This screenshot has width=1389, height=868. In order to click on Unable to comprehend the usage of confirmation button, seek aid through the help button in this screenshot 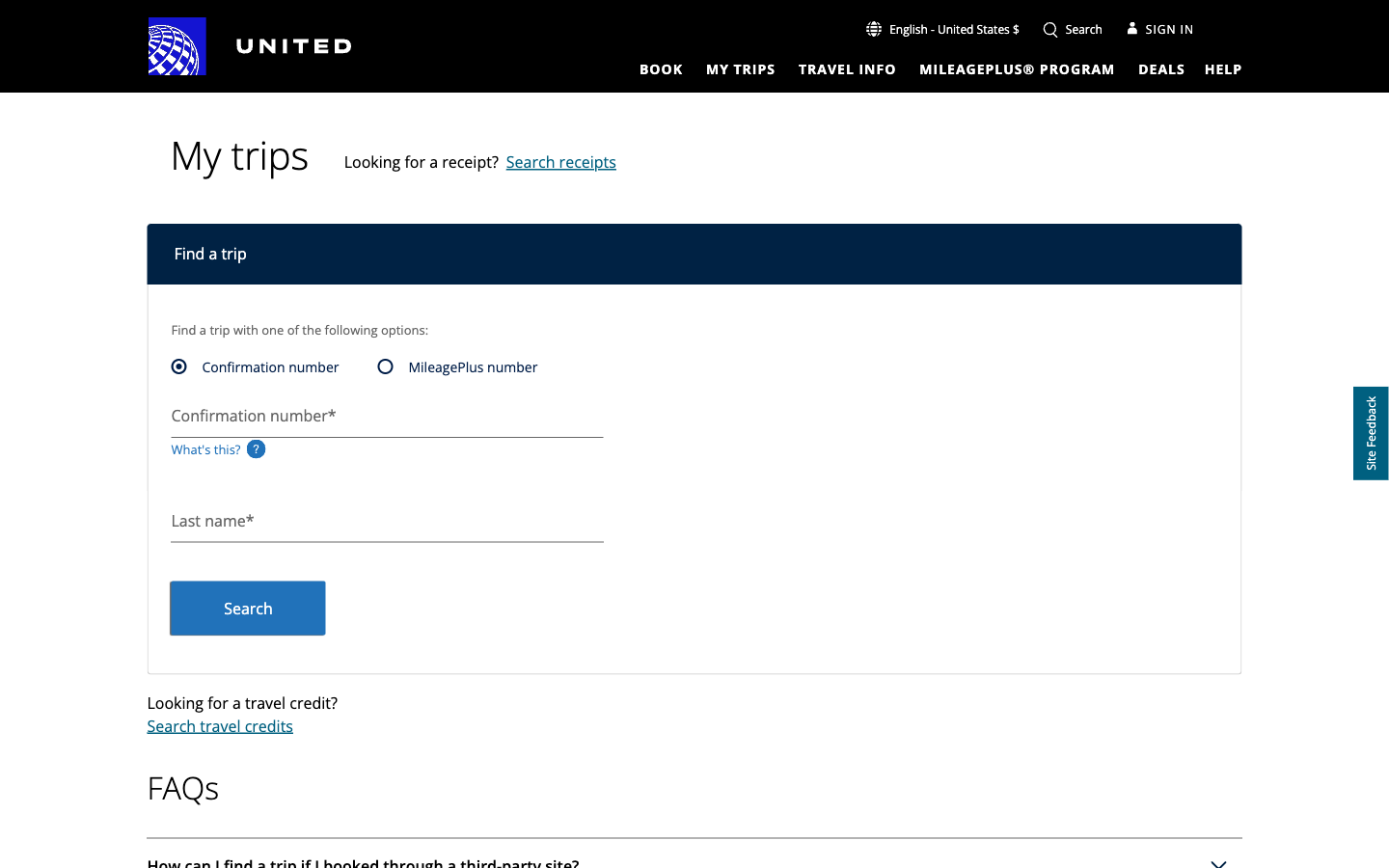, I will do `click(1223, 68)`.